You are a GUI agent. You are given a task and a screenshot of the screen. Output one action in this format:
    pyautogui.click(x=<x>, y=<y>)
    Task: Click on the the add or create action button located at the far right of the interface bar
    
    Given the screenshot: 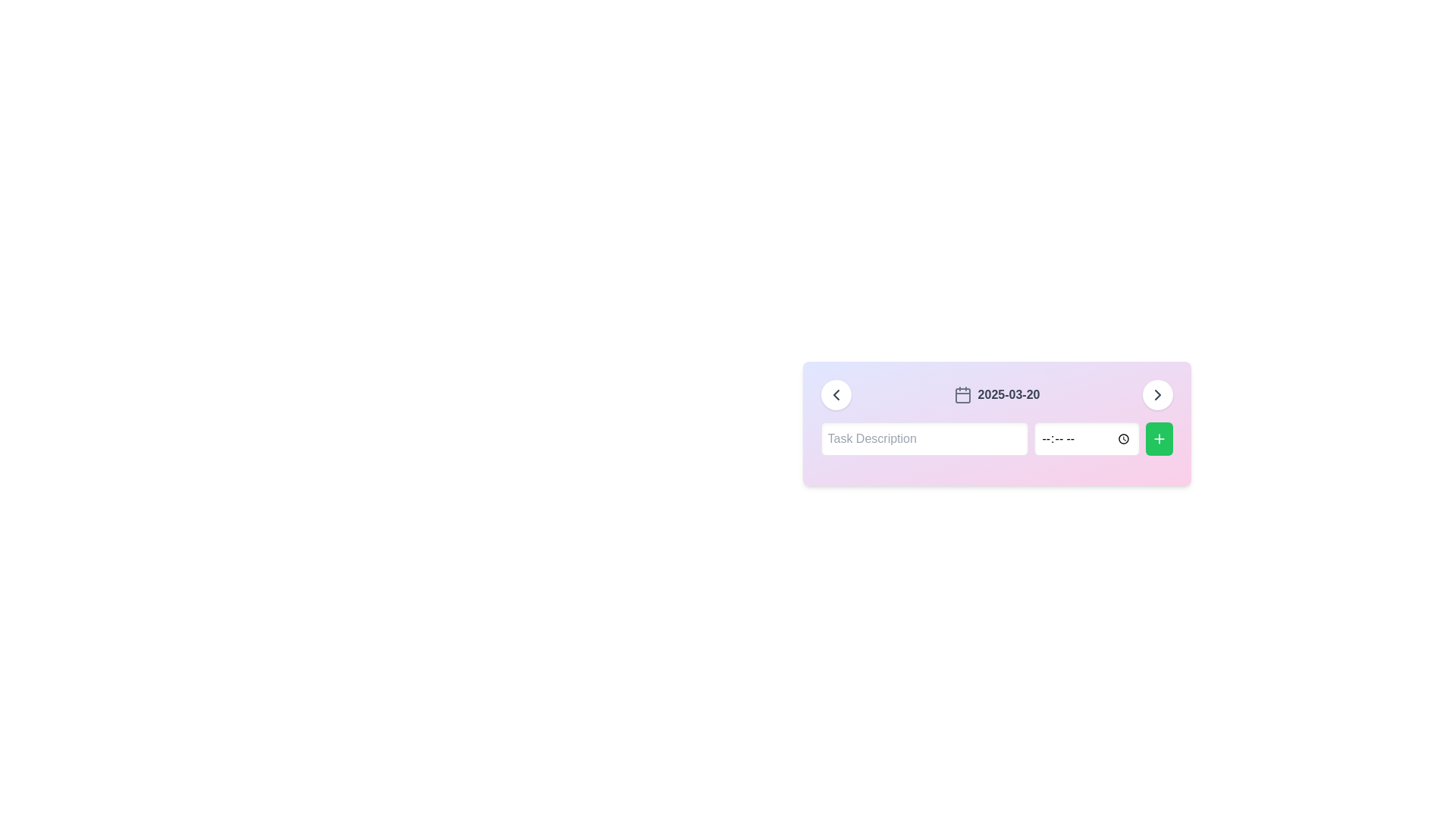 What is the action you would take?
    pyautogui.click(x=1158, y=438)
    